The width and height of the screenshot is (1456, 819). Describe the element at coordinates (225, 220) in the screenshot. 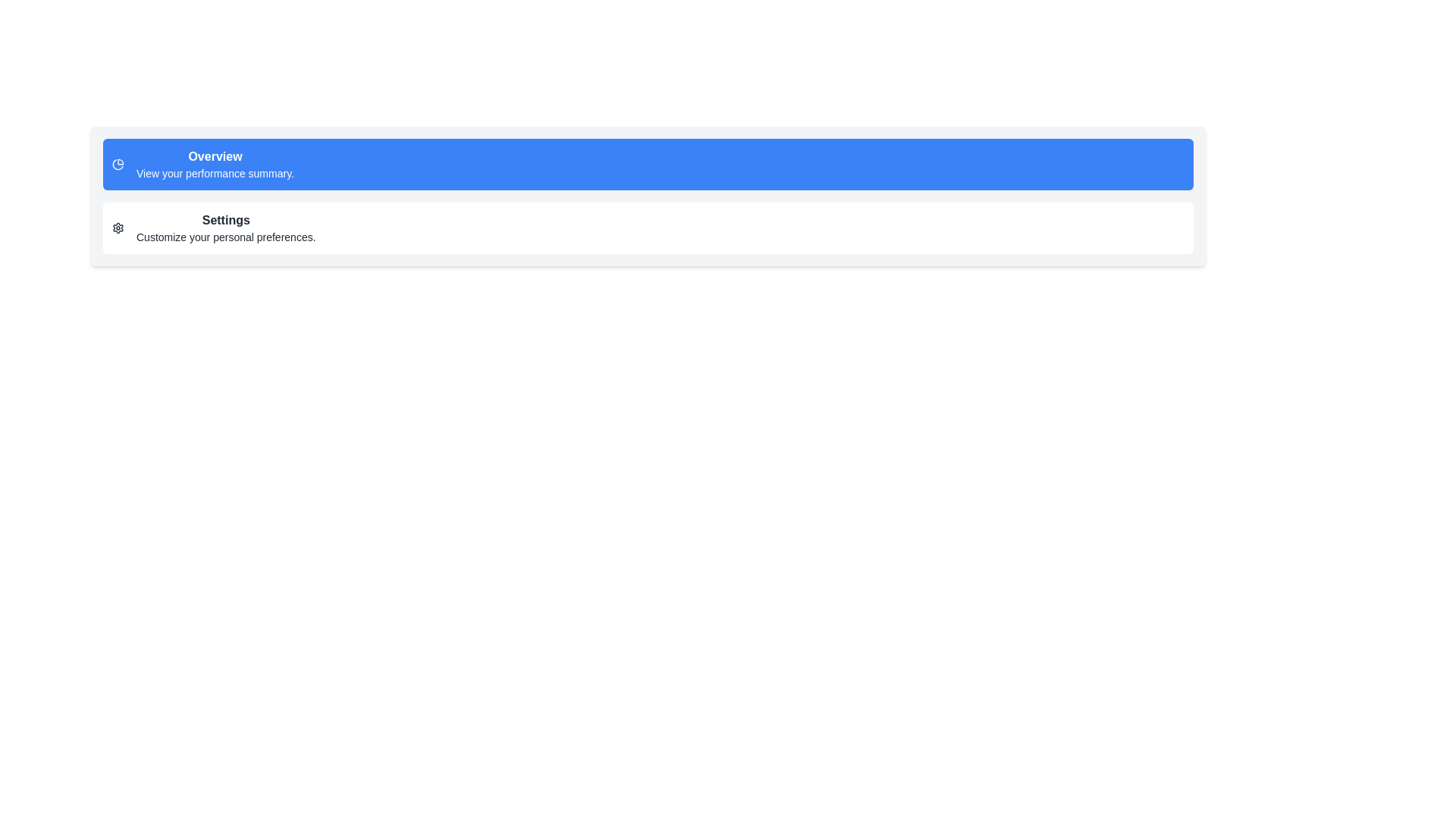

I see `the static text label that serves as a title or header for the section, located above the text 'Customize your personal preferences.'` at that location.